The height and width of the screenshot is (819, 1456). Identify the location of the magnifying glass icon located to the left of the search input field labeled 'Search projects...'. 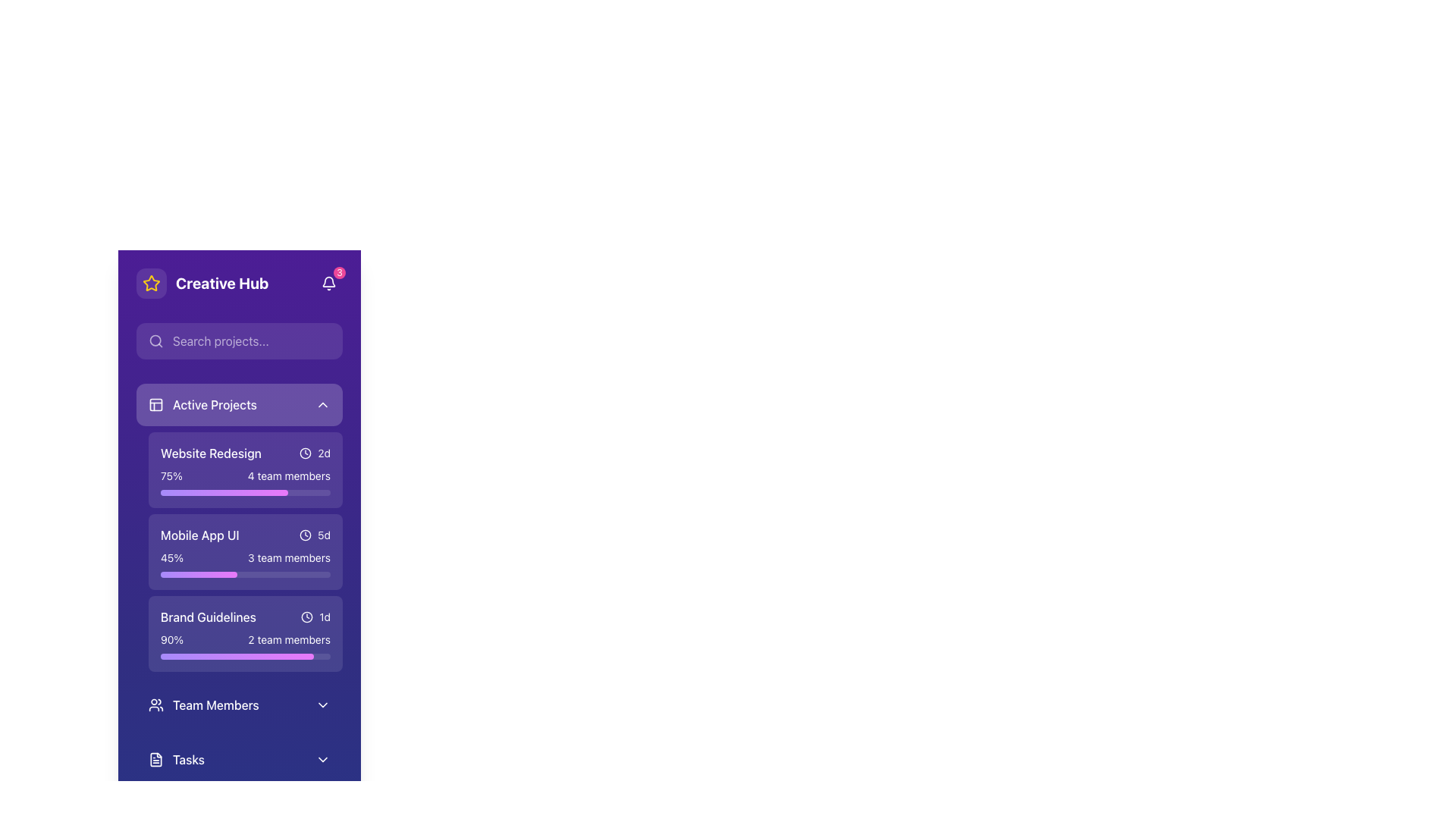
(156, 341).